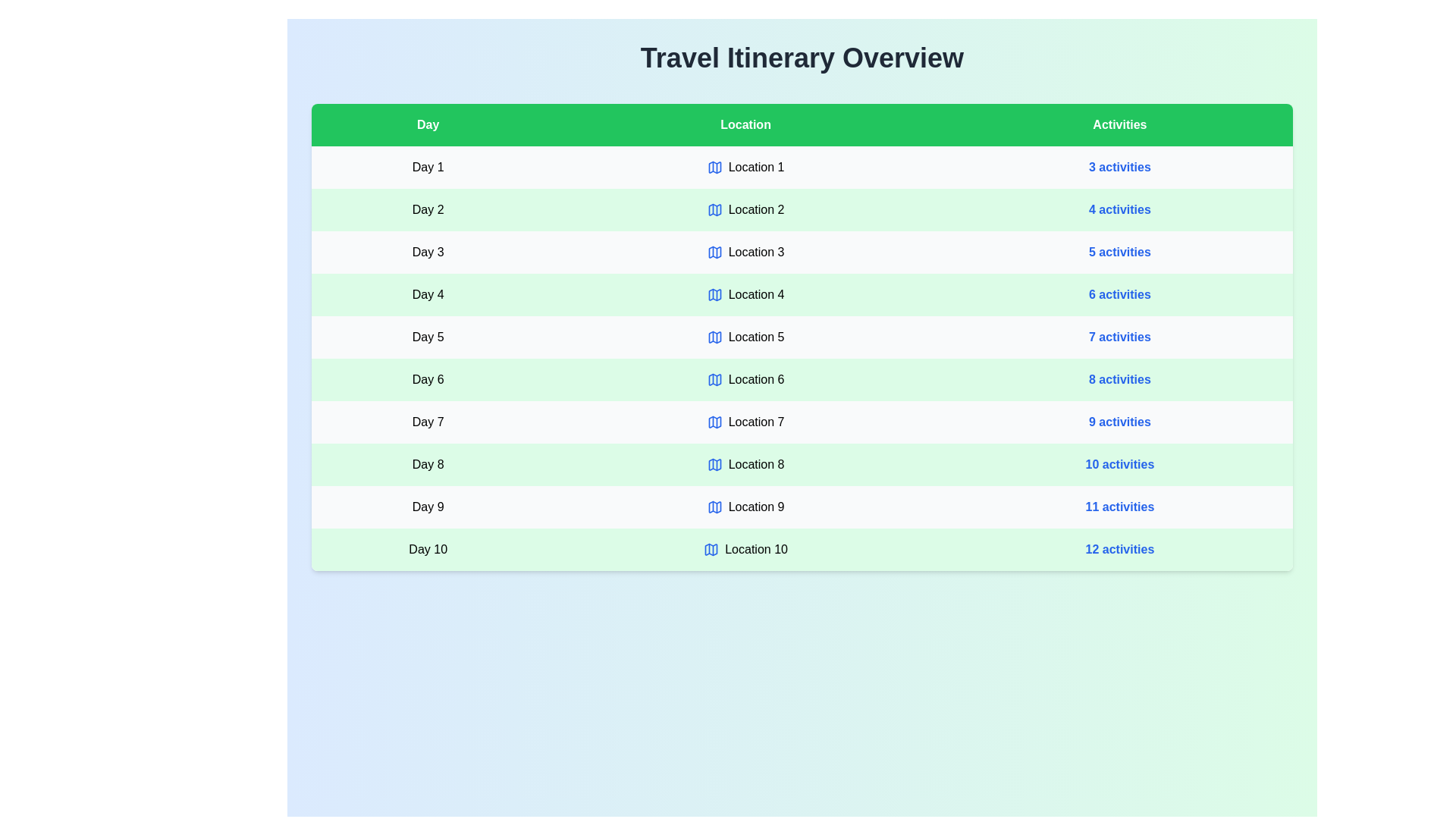 Image resolution: width=1456 pixels, height=819 pixels. I want to click on the header of the Day column to sort the table, so click(427, 124).